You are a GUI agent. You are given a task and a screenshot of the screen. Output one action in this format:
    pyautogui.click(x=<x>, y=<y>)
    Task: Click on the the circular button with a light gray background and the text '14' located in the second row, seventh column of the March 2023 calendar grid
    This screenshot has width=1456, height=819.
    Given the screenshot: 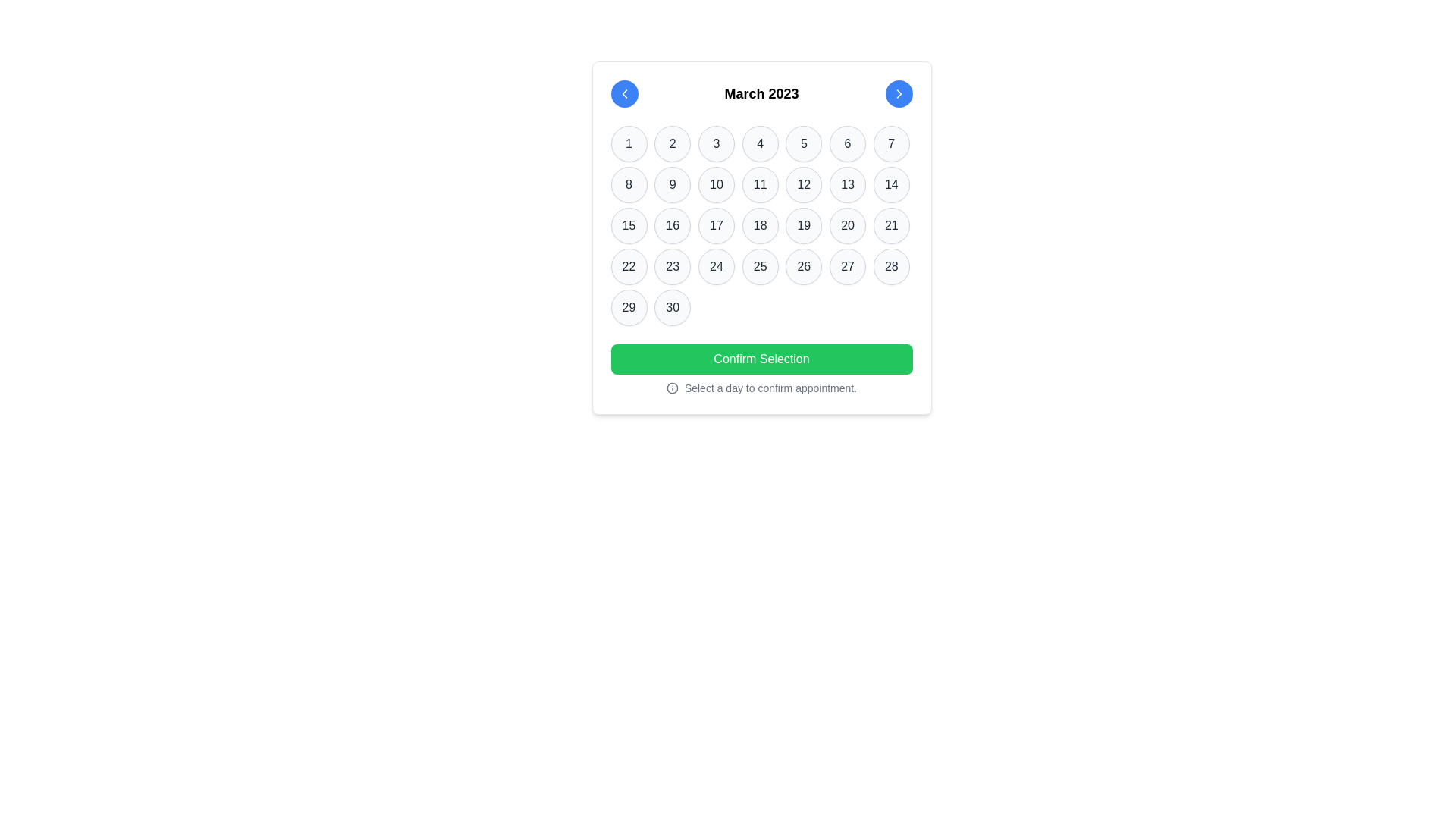 What is the action you would take?
    pyautogui.click(x=891, y=184)
    